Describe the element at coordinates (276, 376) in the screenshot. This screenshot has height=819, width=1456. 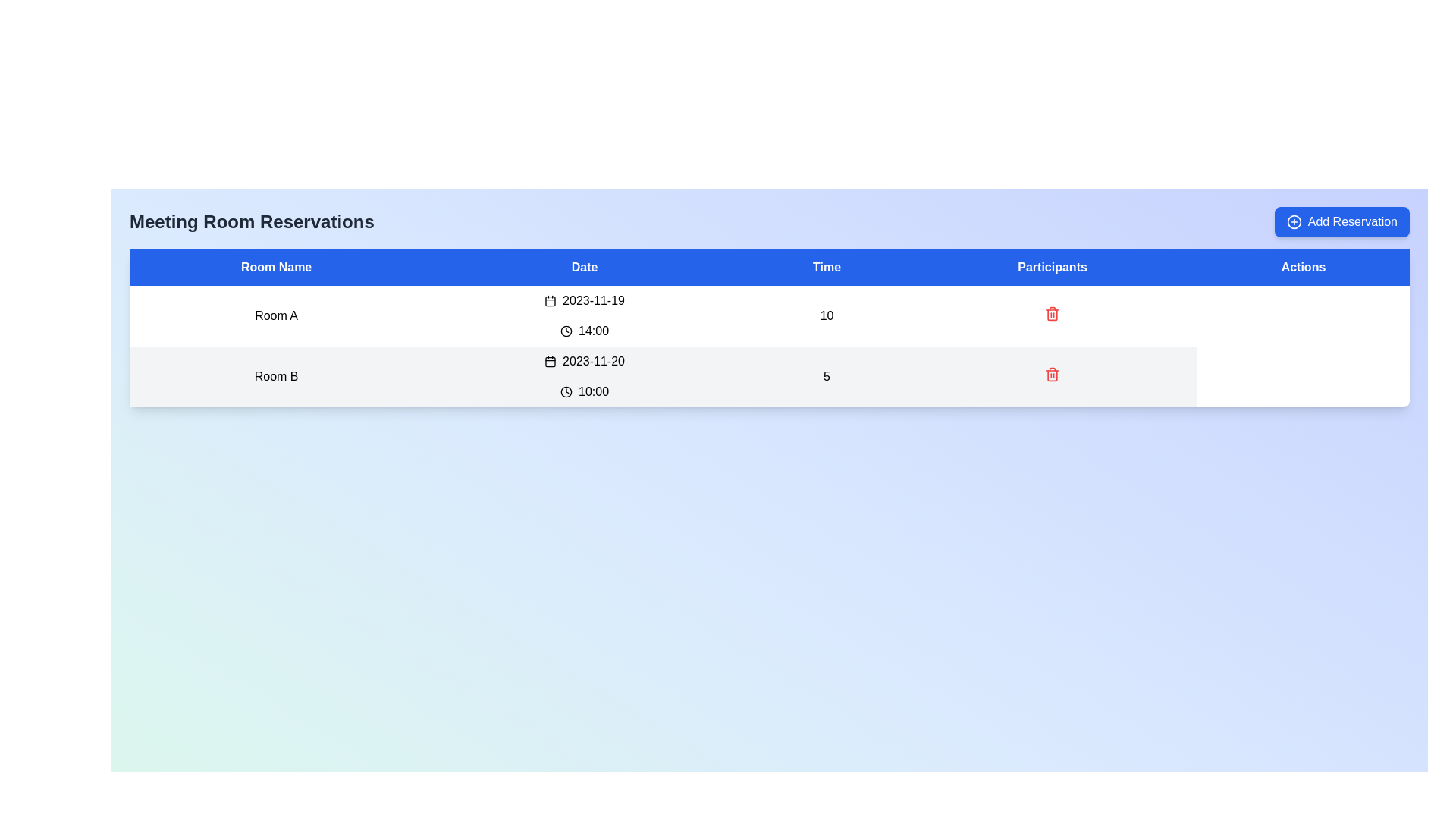
I see `the text label displaying 'Room B', which is part of the second row in a table under the 'Room Name' column` at that location.